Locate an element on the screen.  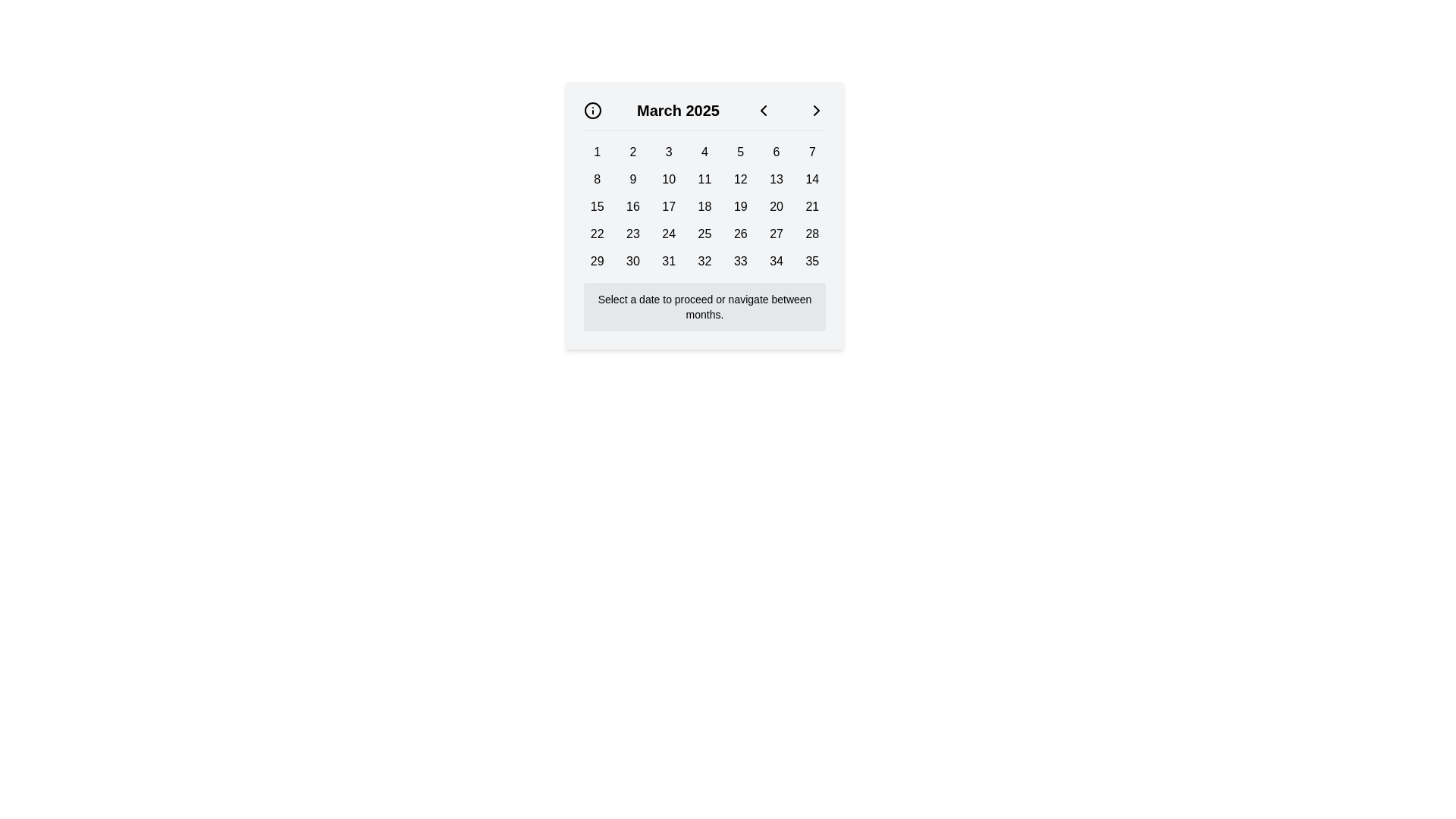
the button labeled '6' in the calendar for the month of March 2025, located in the first row of buttons, immediately to the right of button '5' is located at coordinates (777, 152).